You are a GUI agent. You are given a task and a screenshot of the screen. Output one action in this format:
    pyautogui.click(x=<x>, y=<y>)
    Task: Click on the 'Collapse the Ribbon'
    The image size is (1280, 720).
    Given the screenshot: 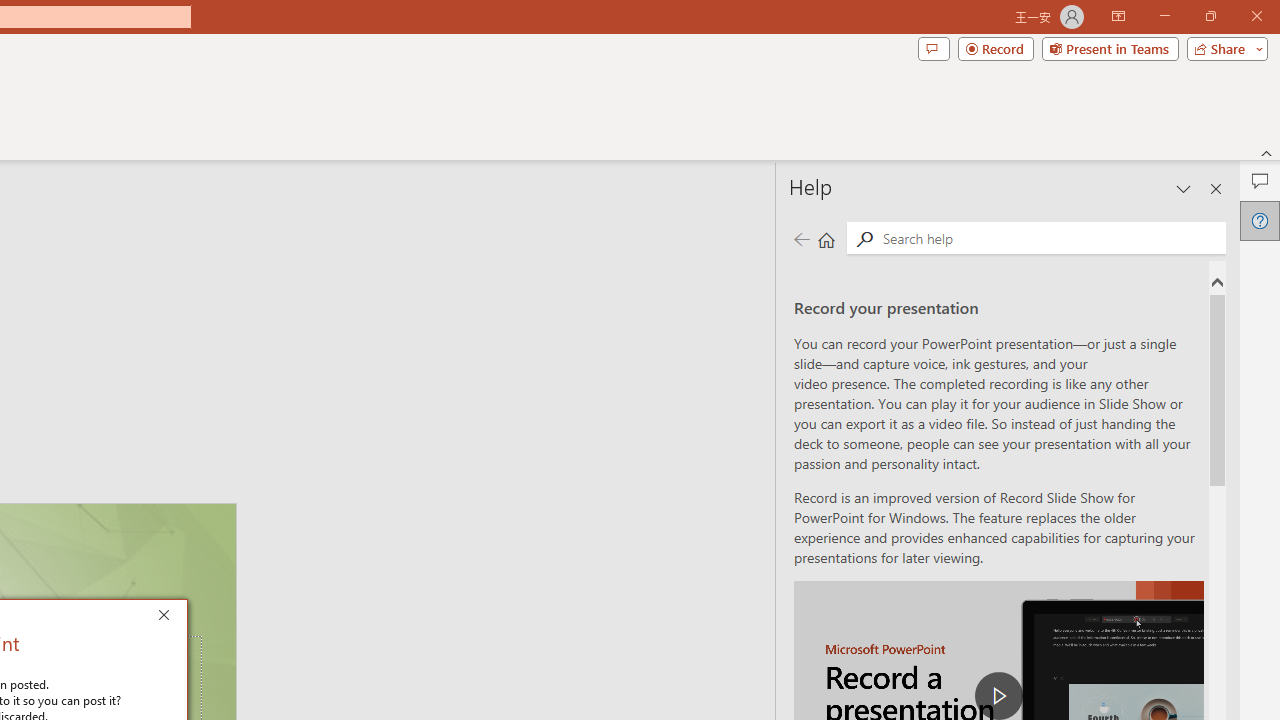 What is the action you would take?
    pyautogui.click(x=1266, y=152)
    